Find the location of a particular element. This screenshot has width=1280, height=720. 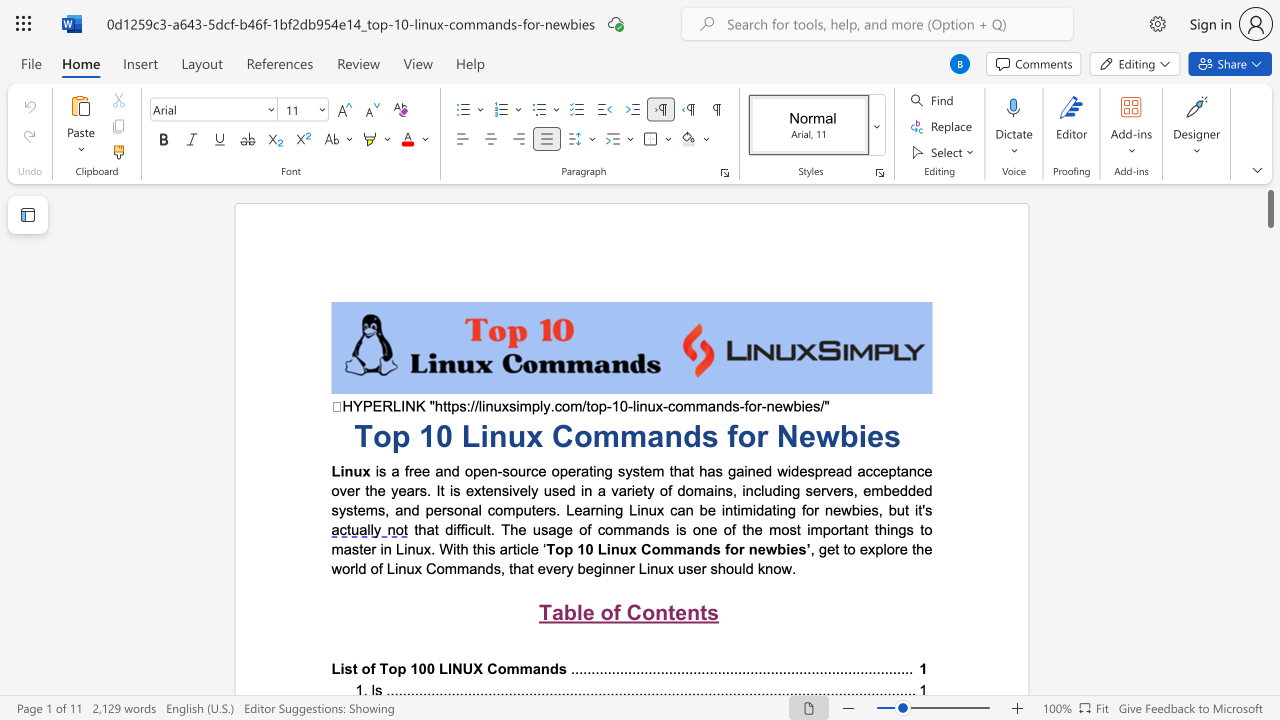

the space between the continuous character "s" and "h" in the text is located at coordinates (718, 568).